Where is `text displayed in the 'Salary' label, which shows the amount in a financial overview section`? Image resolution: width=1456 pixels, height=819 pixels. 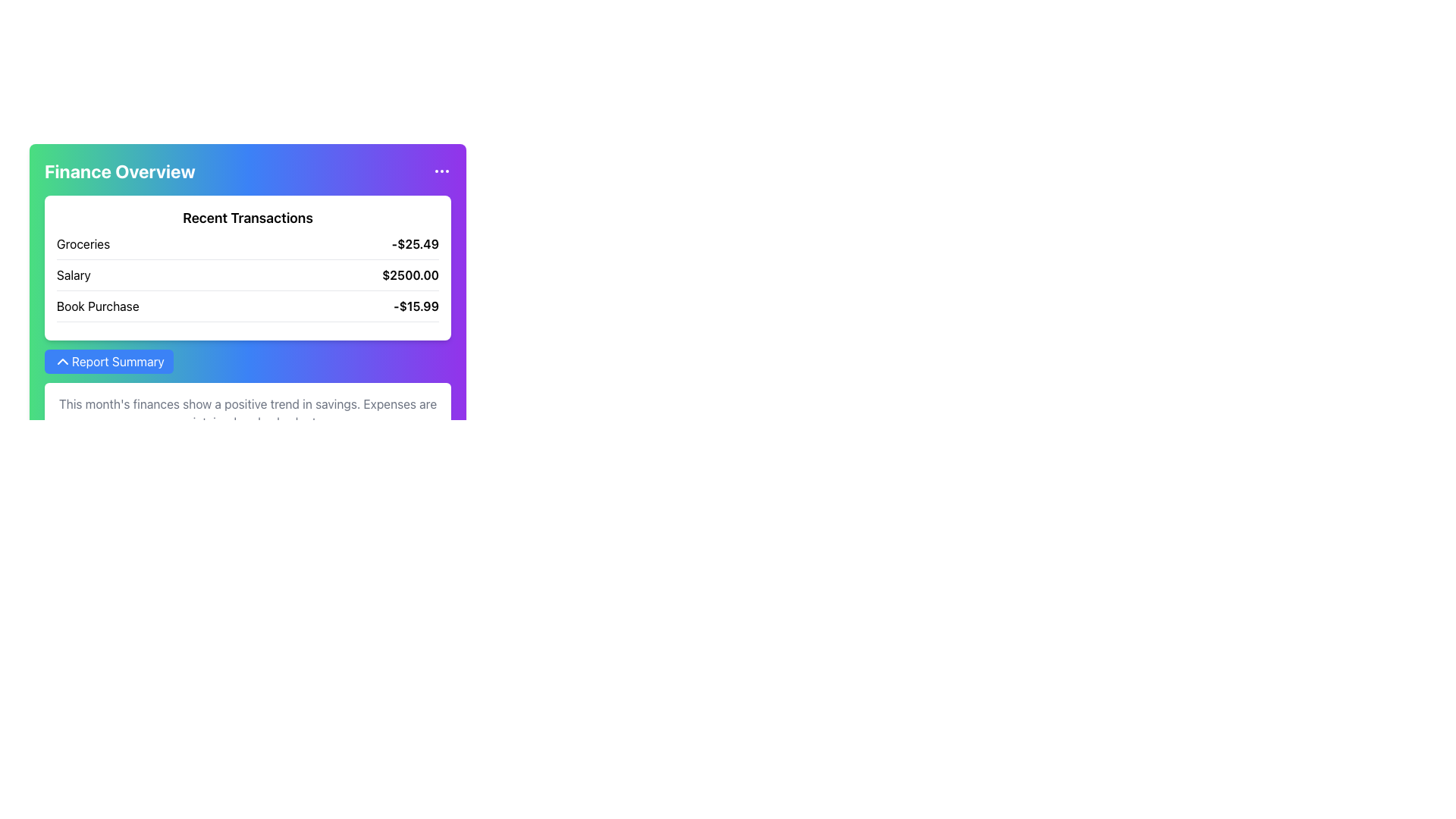
text displayed in the 'Salary' label, which shows the amount in a financial overview section is located at coordinates (73, 275).